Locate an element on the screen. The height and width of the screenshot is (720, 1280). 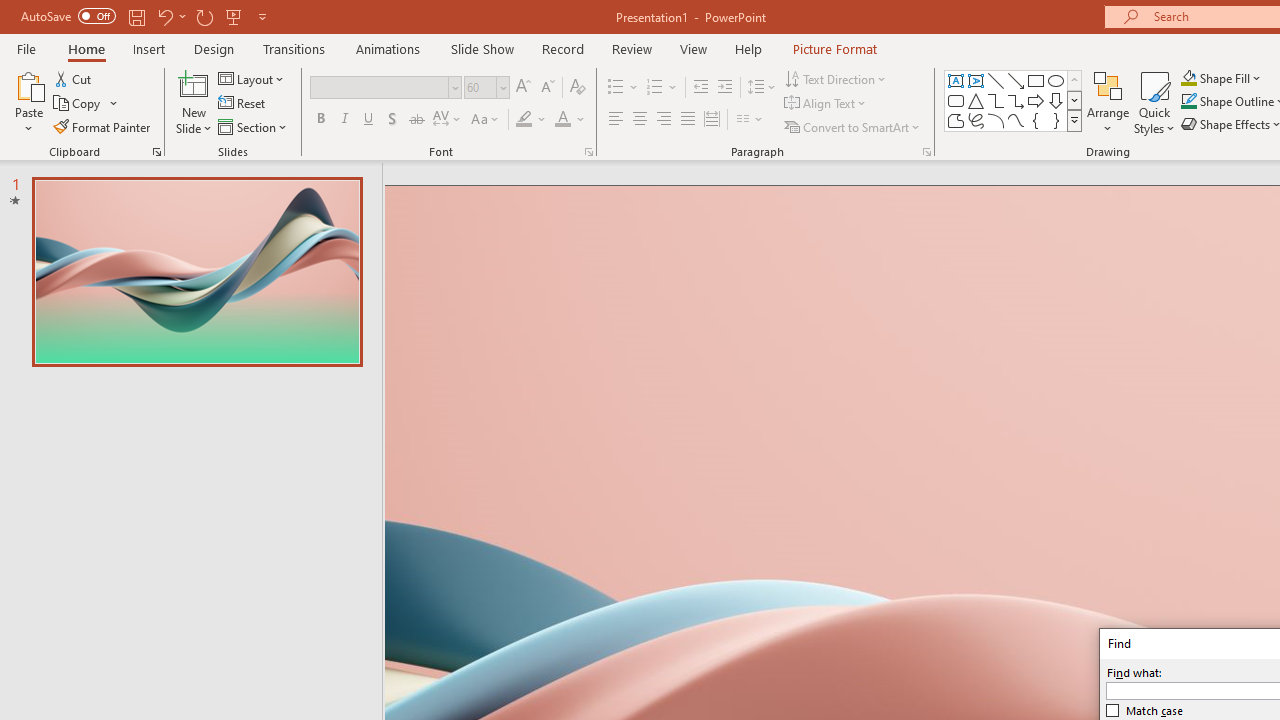
'Distributed' is located at coordinates (712, 119).